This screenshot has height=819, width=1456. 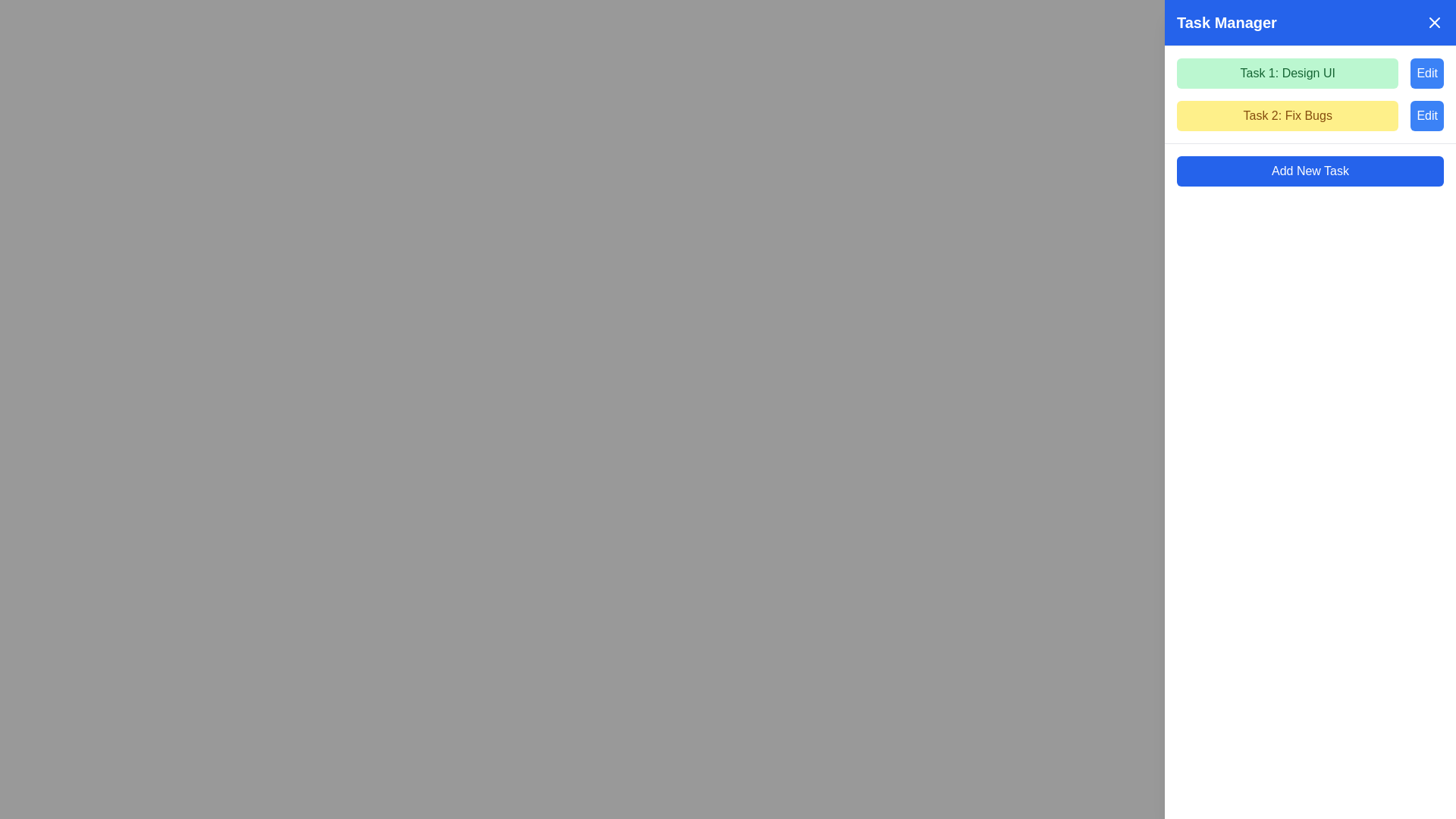 I want to click on the Static text label that serves as the title of the Task Manager section, positioned at the top-left region of the blue background, so click(x=1226, y=23).